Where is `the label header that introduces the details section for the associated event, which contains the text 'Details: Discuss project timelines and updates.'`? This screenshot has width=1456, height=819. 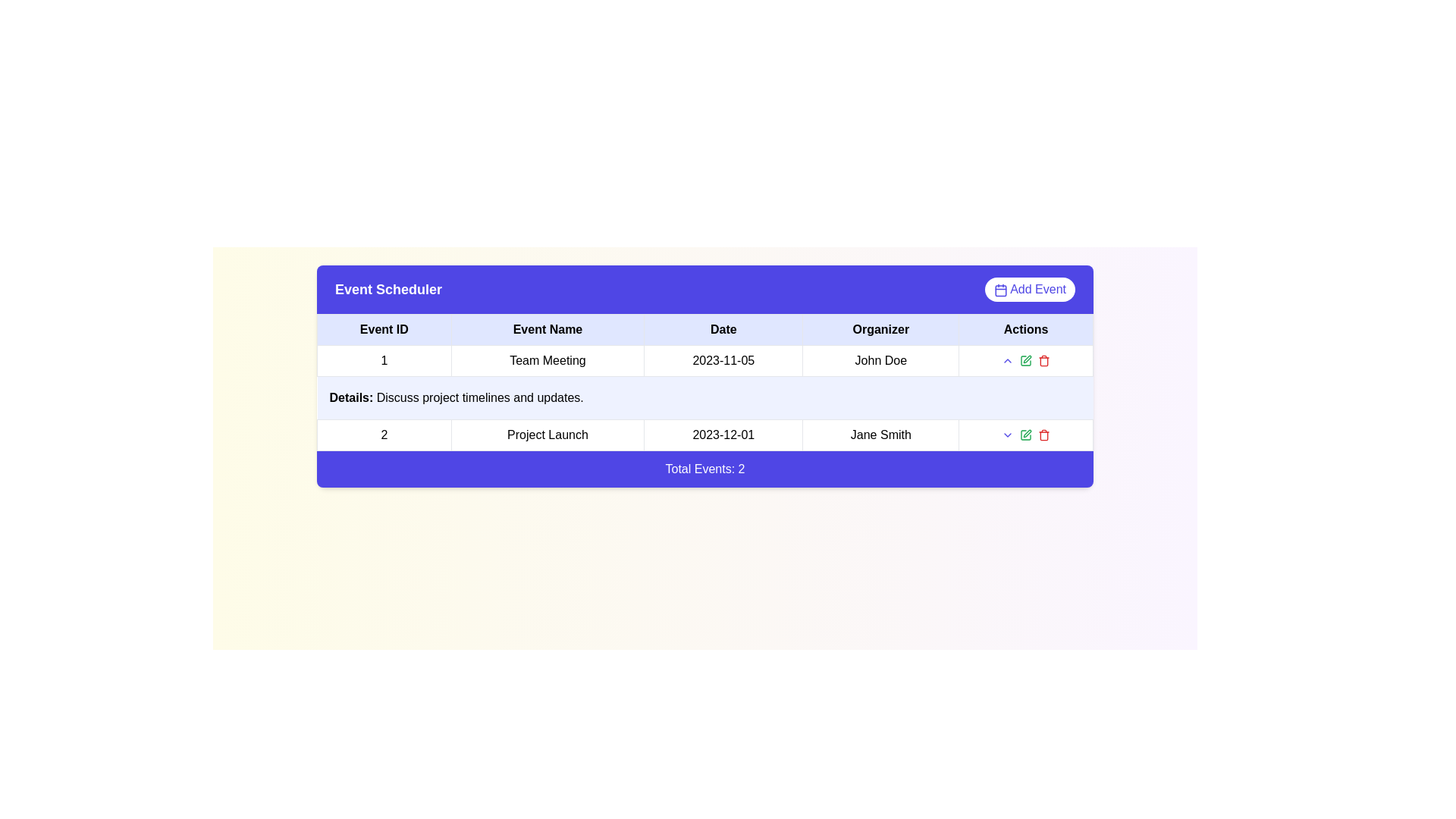
the label header that introduces the details section for the associated event, which contains the text 'Details: Discuss project timelines and updates.' is located at coordinates (350, 397).